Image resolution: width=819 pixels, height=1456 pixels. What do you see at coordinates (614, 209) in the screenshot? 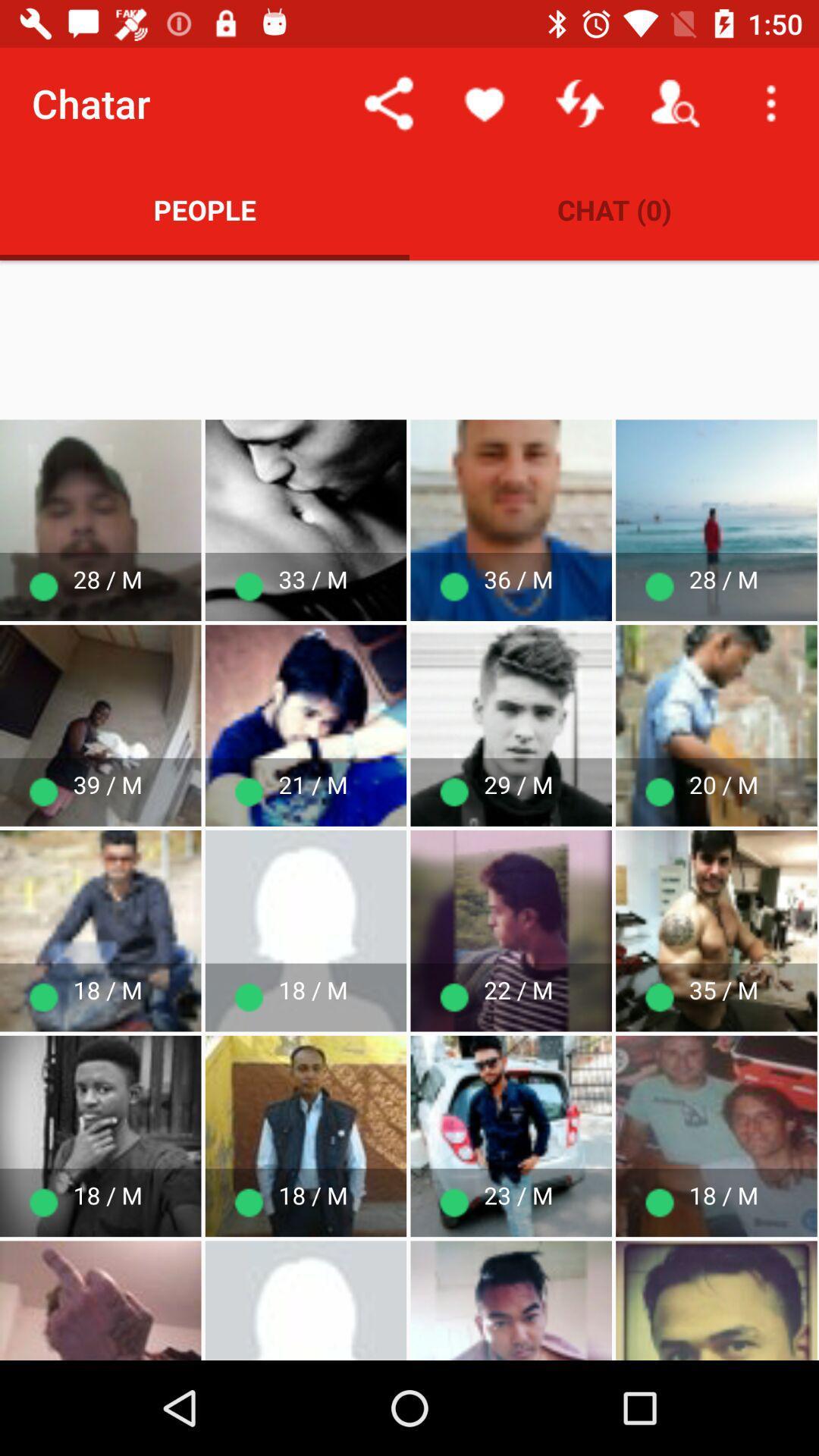
I see `the app next to the people icon` at bounding box center [614, 209].